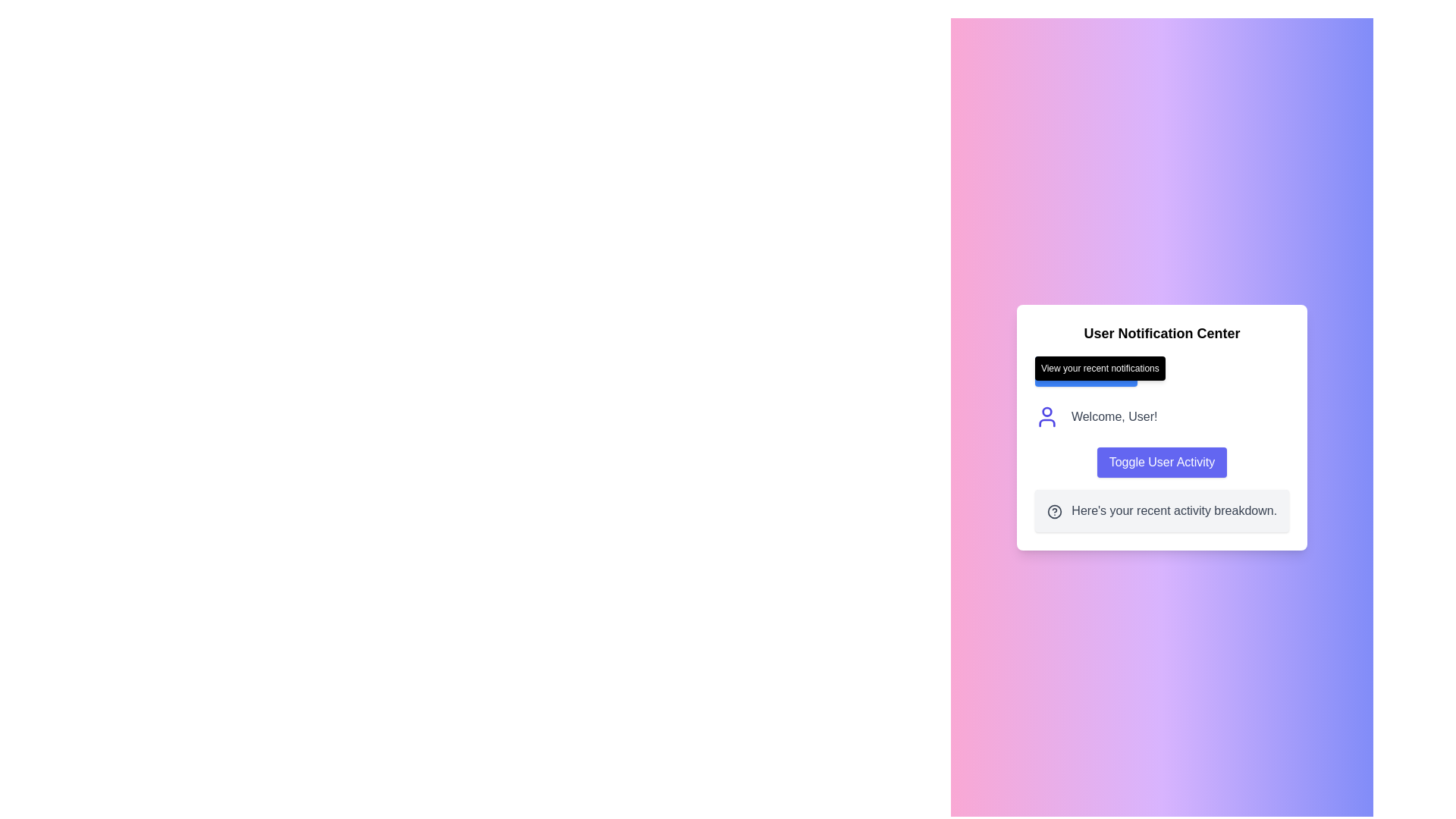  What do you see at coordinates (1161, 371) in the screenshot?
I see `the area of the Tooltip to interact with the associated Notifications button located in the User Notification Center` at bounding box center [1161, 371].